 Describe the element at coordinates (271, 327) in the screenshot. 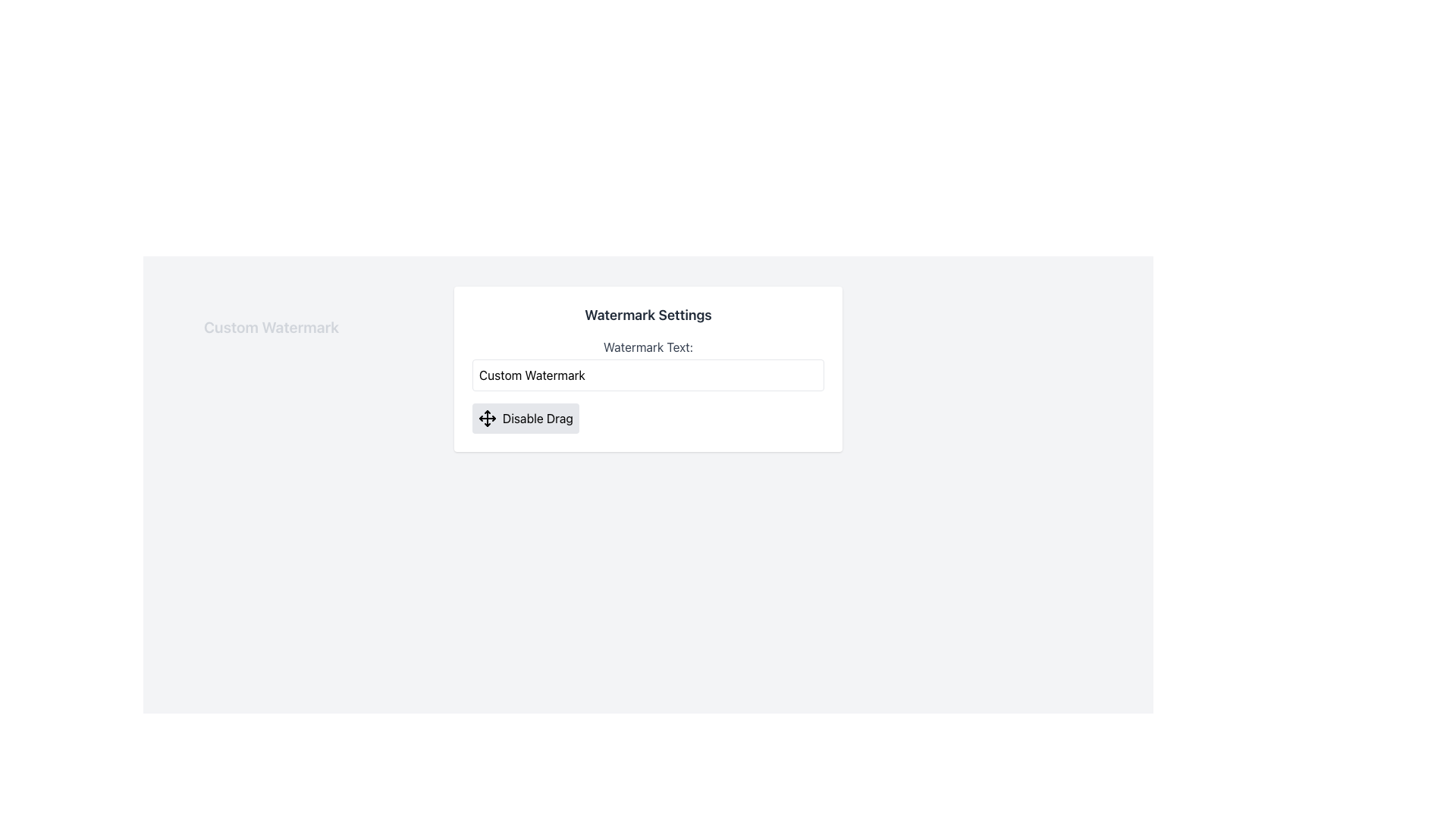

I see `the Draggable Text Label displaying 'Custom Watermark', which is a large gray semi-transparent text overlay located at the top-left of the main content area` at that location.